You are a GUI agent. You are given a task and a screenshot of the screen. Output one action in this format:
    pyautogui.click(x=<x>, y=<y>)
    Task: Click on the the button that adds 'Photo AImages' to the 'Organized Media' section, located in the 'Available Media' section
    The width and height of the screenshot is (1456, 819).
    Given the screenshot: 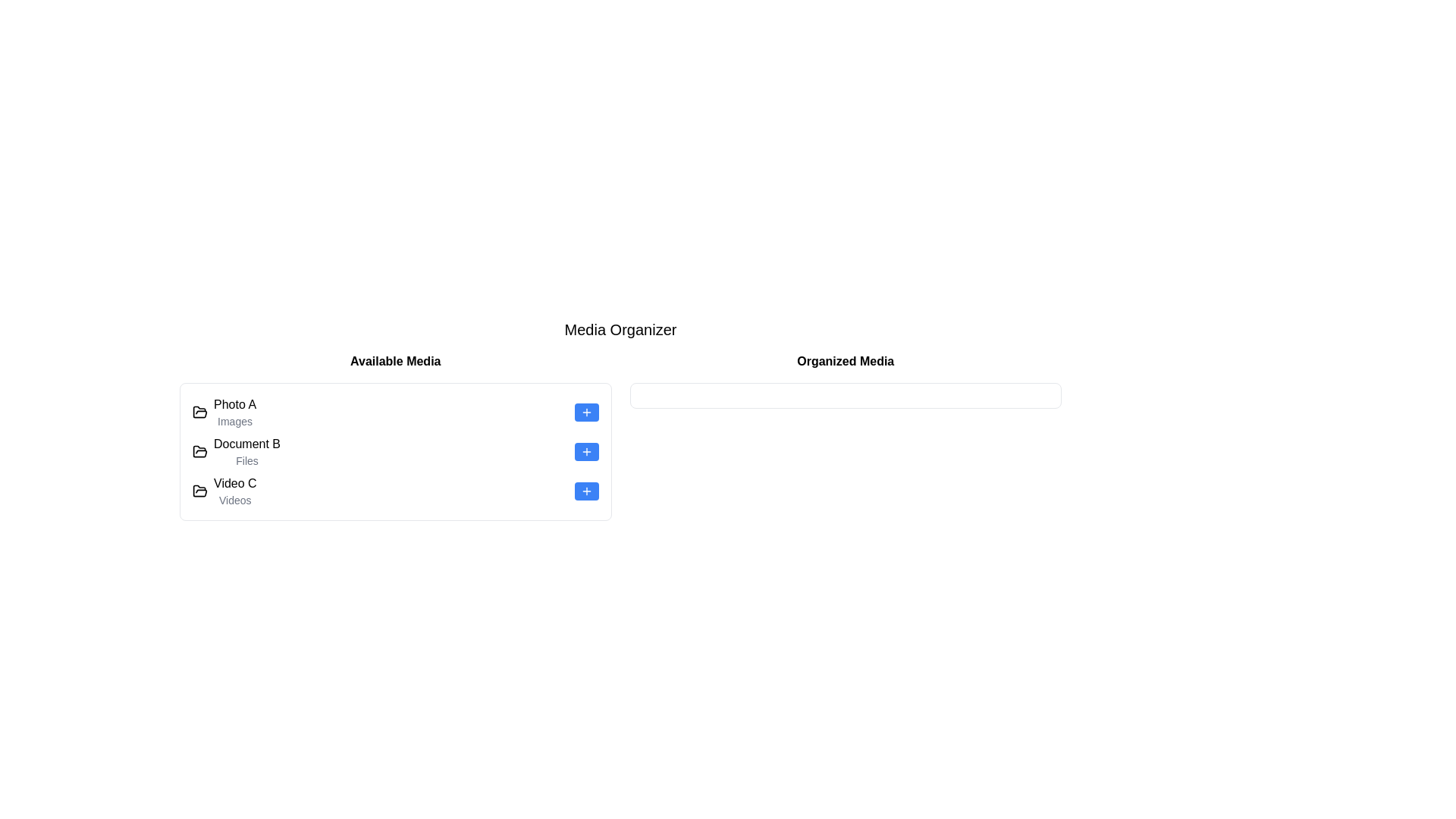 What is the action you would take?
    pyautogui.click(x=585, y=412)
    